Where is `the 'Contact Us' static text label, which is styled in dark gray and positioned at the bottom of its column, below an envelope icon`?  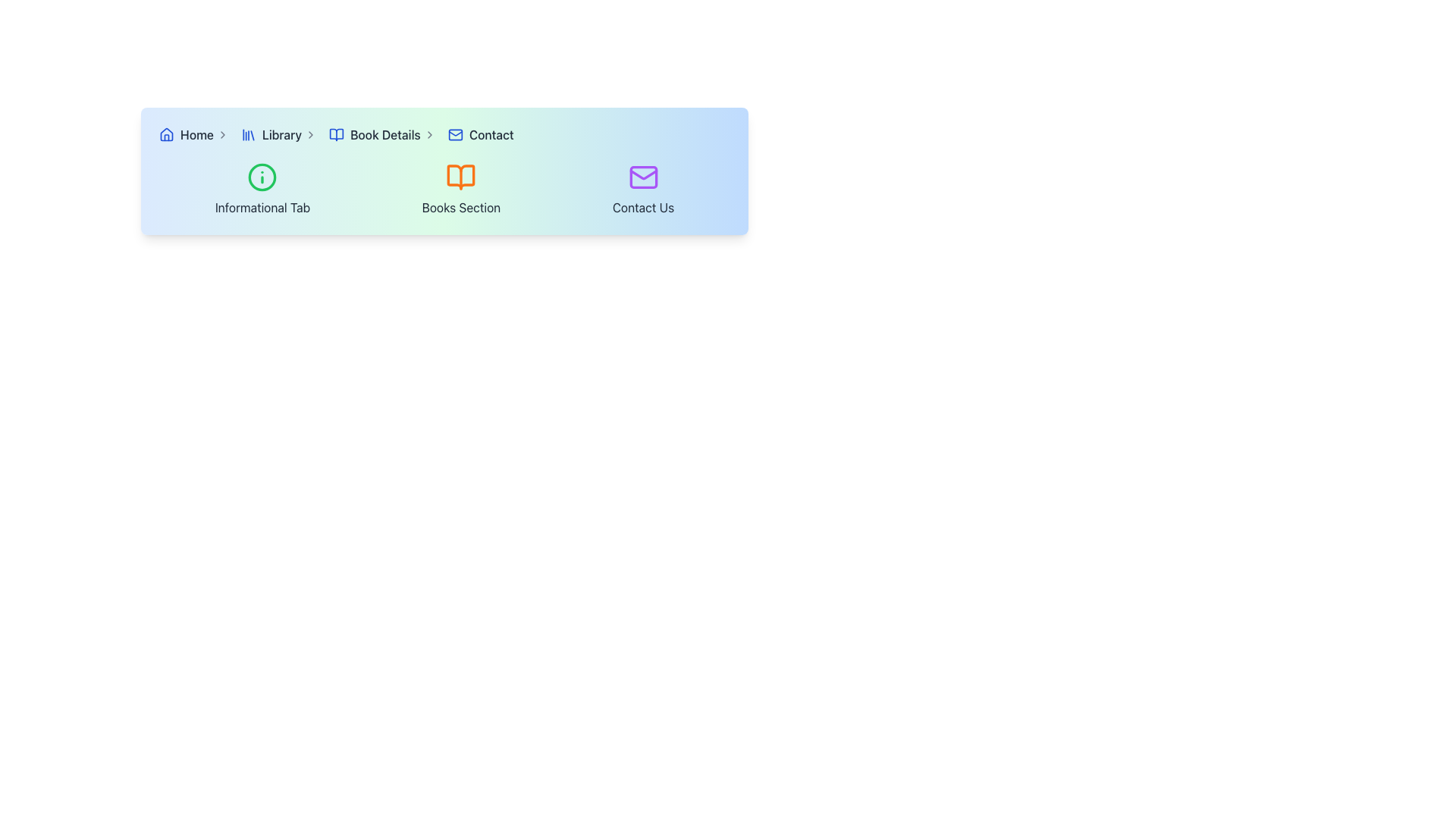 the 'Contact Us' static text label, which is styled in dark gray and positioned at the bottom of its column, below an envelope icon is located at coordinates (643, 207).